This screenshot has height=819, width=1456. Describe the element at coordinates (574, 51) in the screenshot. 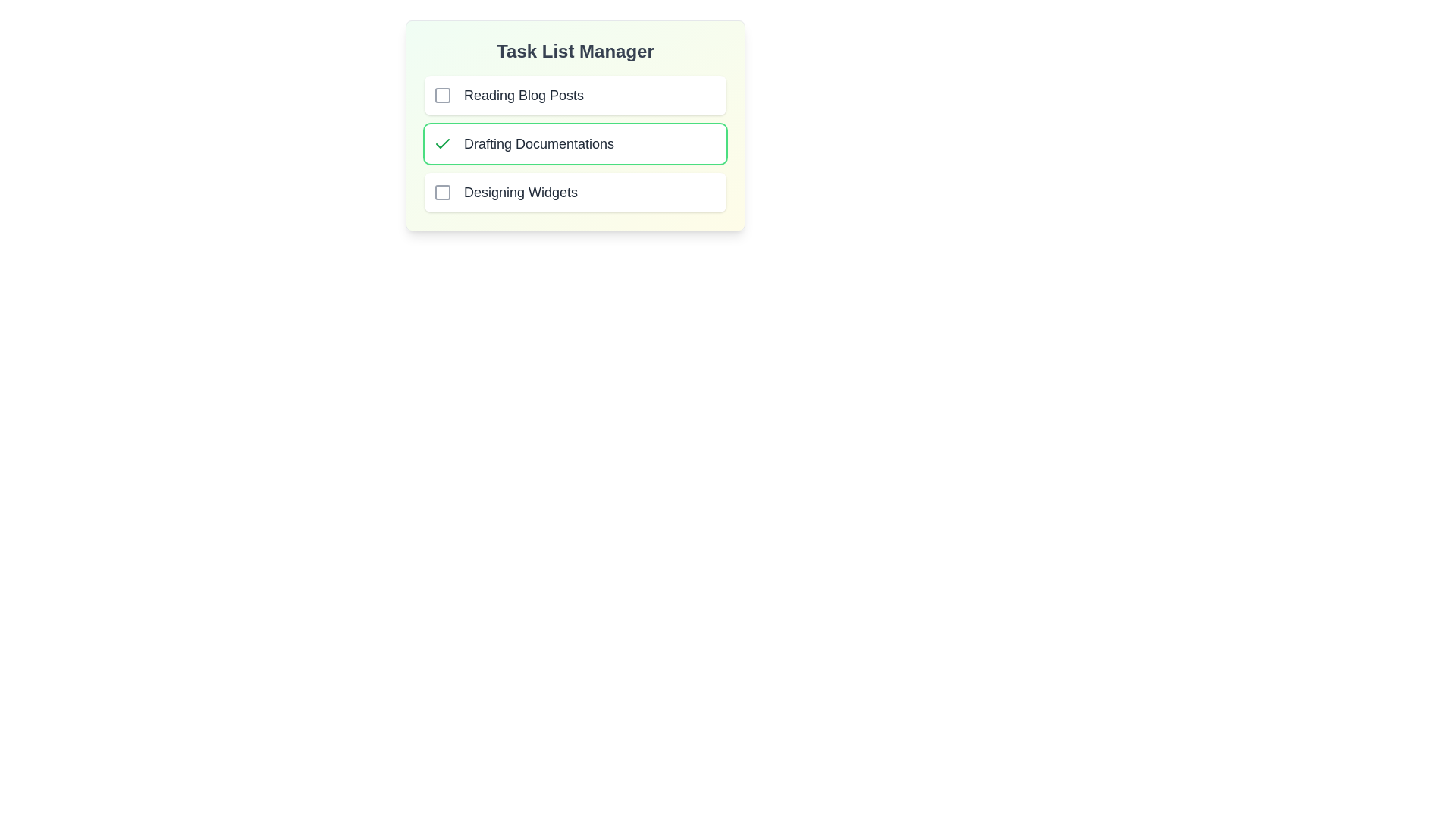

I see `the title of the component to focus attention` at that location.